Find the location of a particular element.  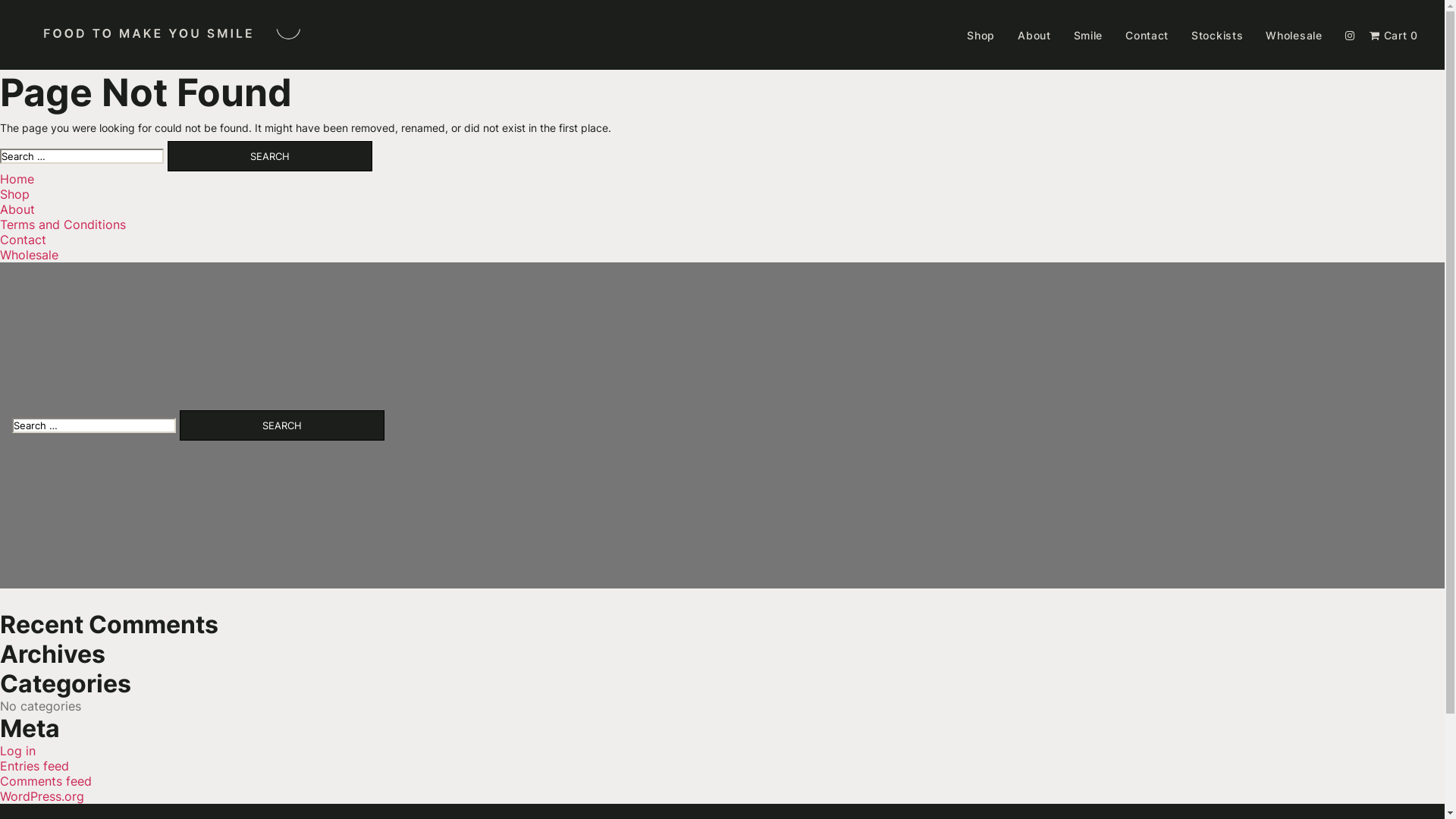

'About' is located at coordinates (1033, 34).